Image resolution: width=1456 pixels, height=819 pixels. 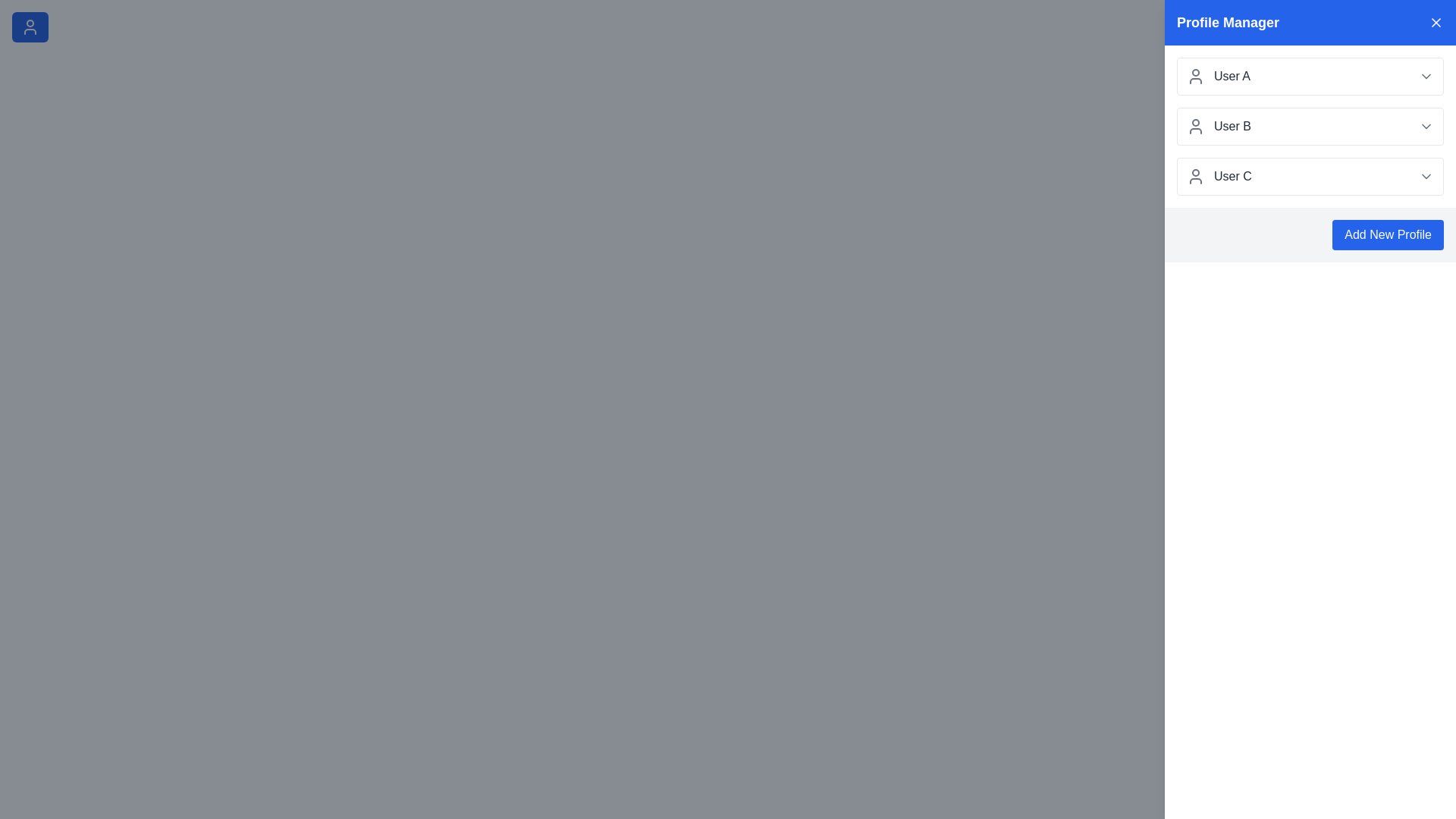 I want to click on the profile selection row displaying 'User A' in the 'Profile Manager' section, so click(x=1310, y=76).